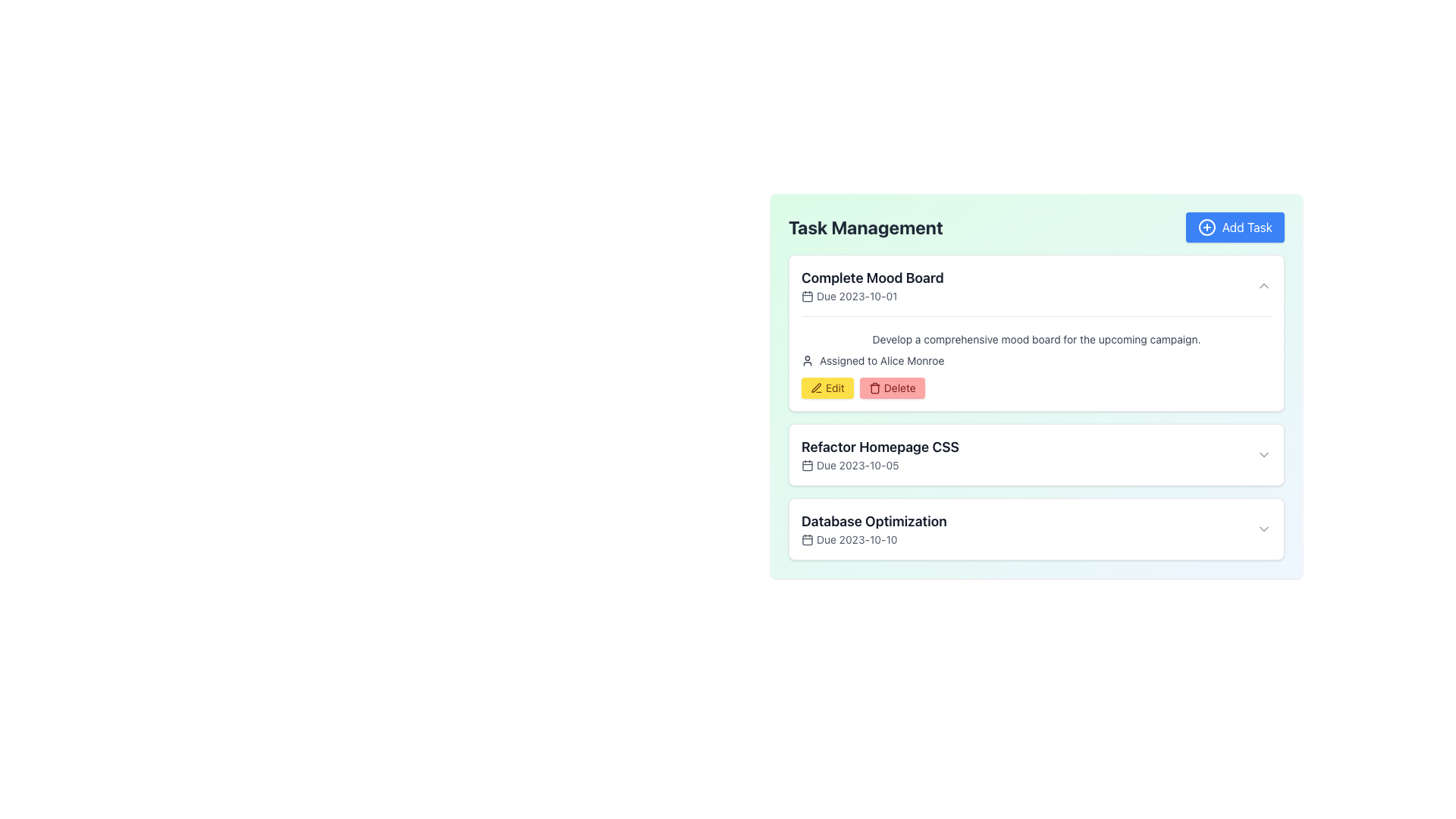 This screenshot has width=1456, height=819. I want to click on the calendar date icon located in the upper-left part of the 'Complete Mood Board' task card, which indicates the deadline of the task, so click(807, 296).